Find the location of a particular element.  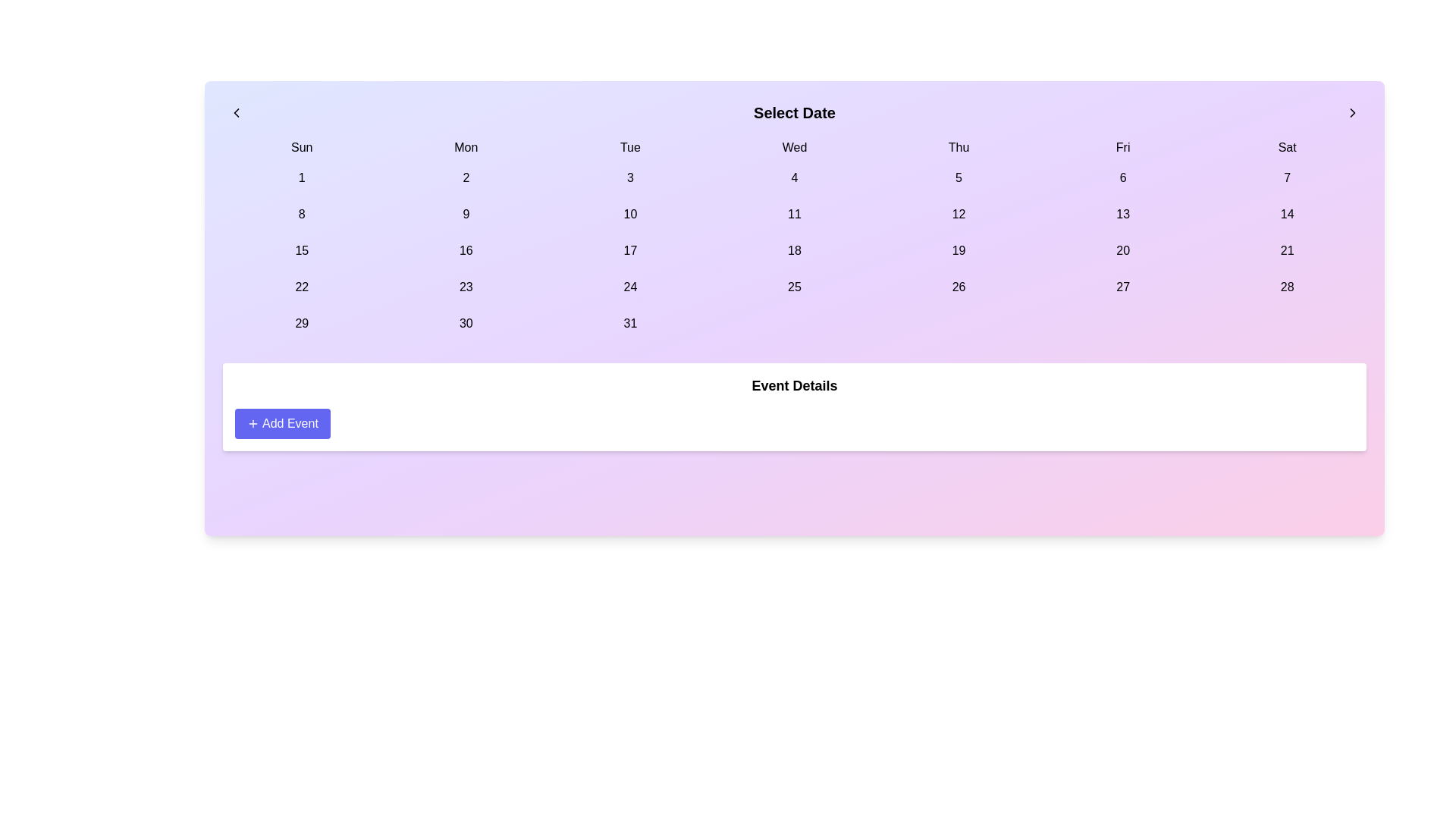

the date button representing the 26th day of the month in the calendar interface is located at coordinates (958, 287).